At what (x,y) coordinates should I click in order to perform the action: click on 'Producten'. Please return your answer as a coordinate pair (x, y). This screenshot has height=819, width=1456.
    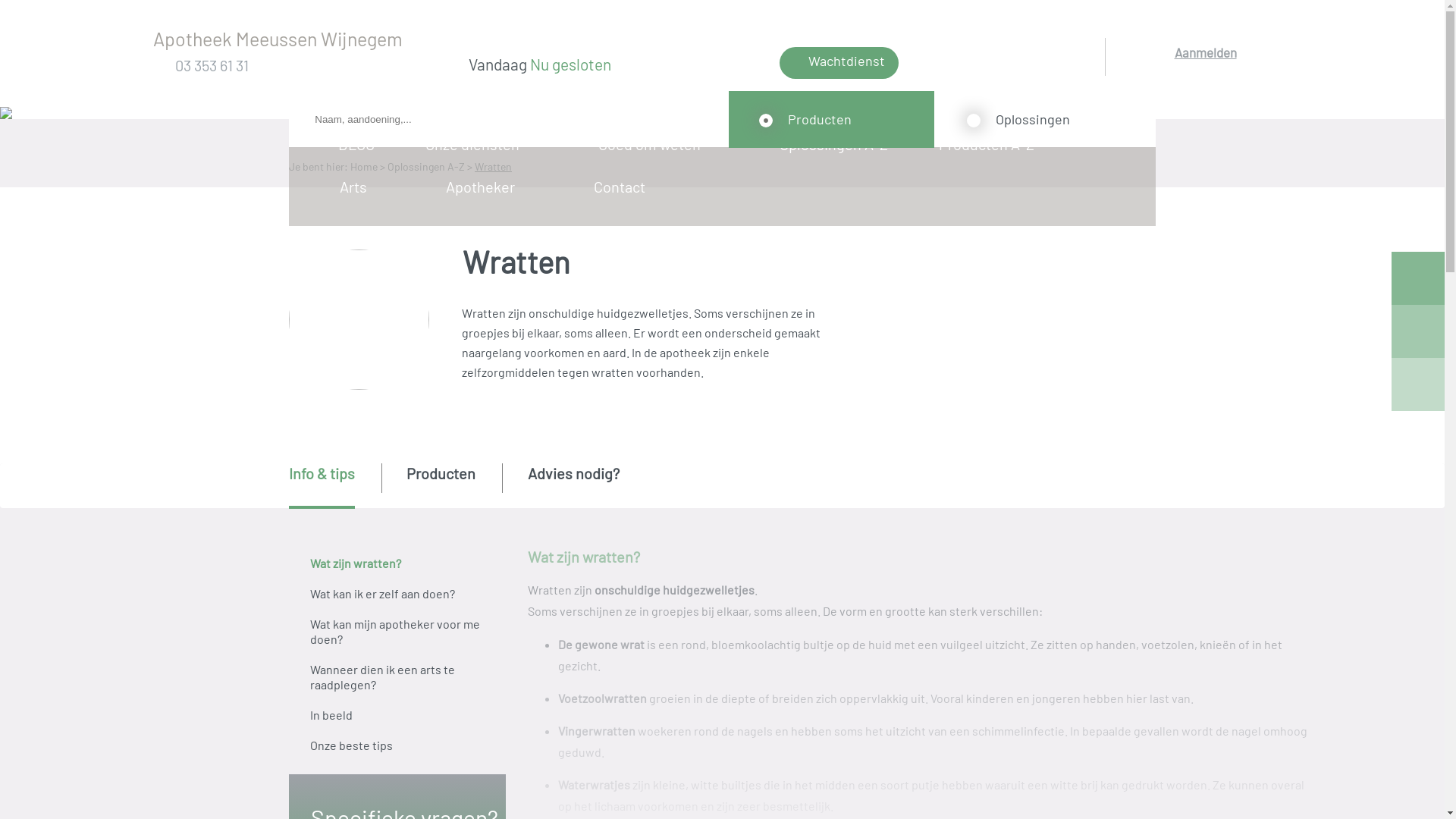
    Looking at the image, I should click on (406, 485).